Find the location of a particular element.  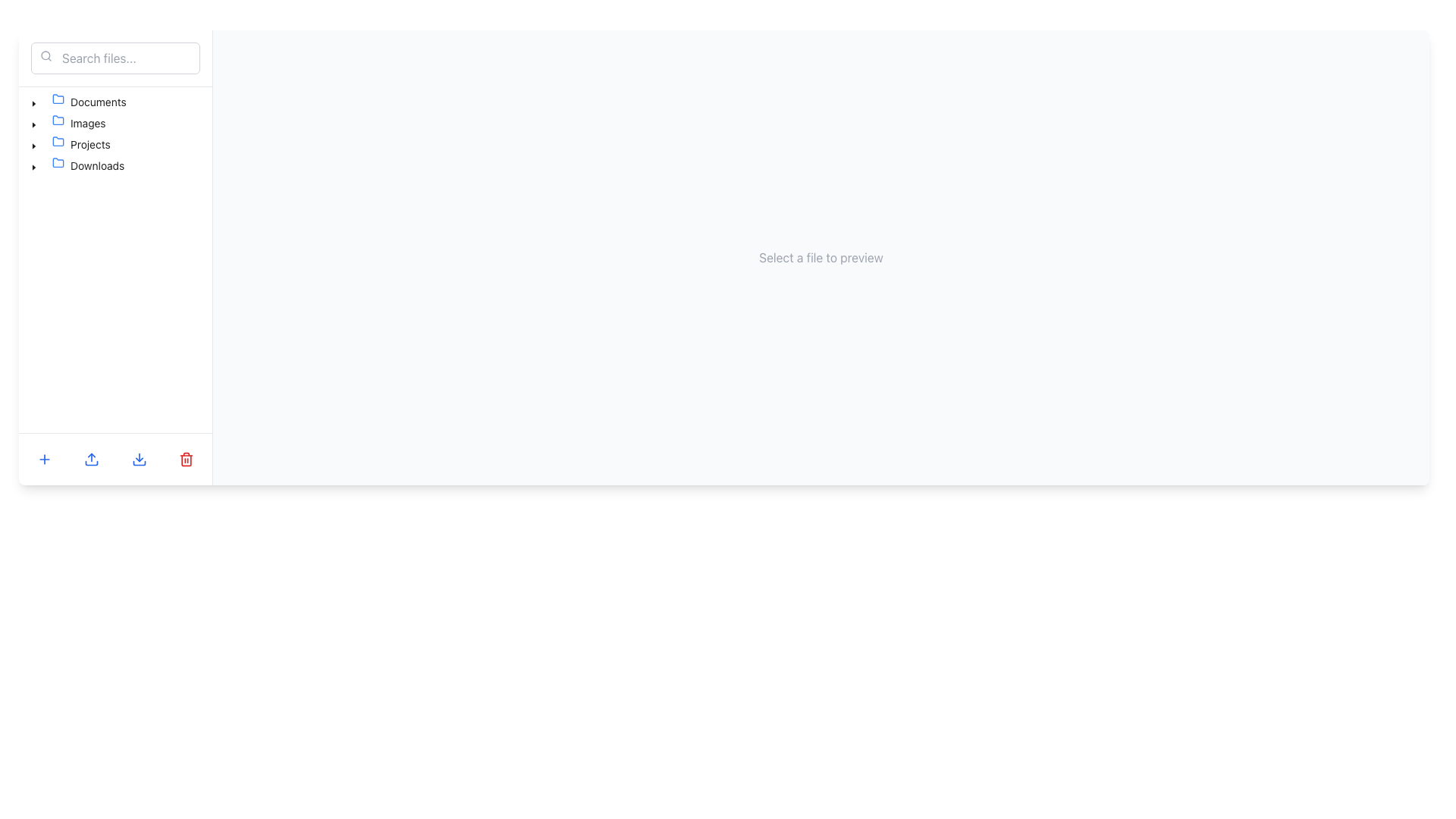

the 'Projects' folder, which is the third item is located at coordinates (70, 145).